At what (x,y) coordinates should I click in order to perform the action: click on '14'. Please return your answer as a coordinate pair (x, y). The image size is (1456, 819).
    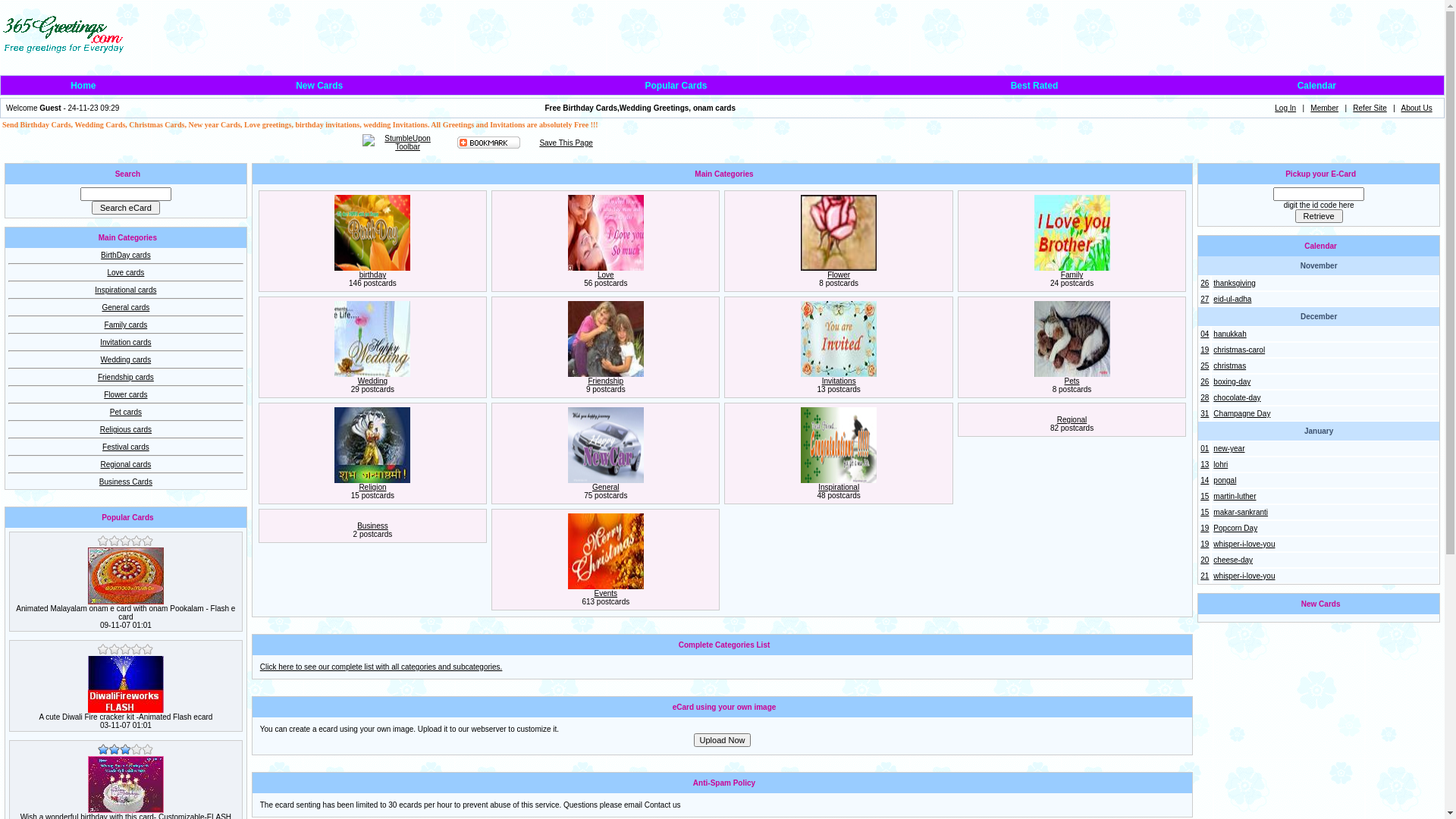
    Looking at the image, I should click on (1200, 480).